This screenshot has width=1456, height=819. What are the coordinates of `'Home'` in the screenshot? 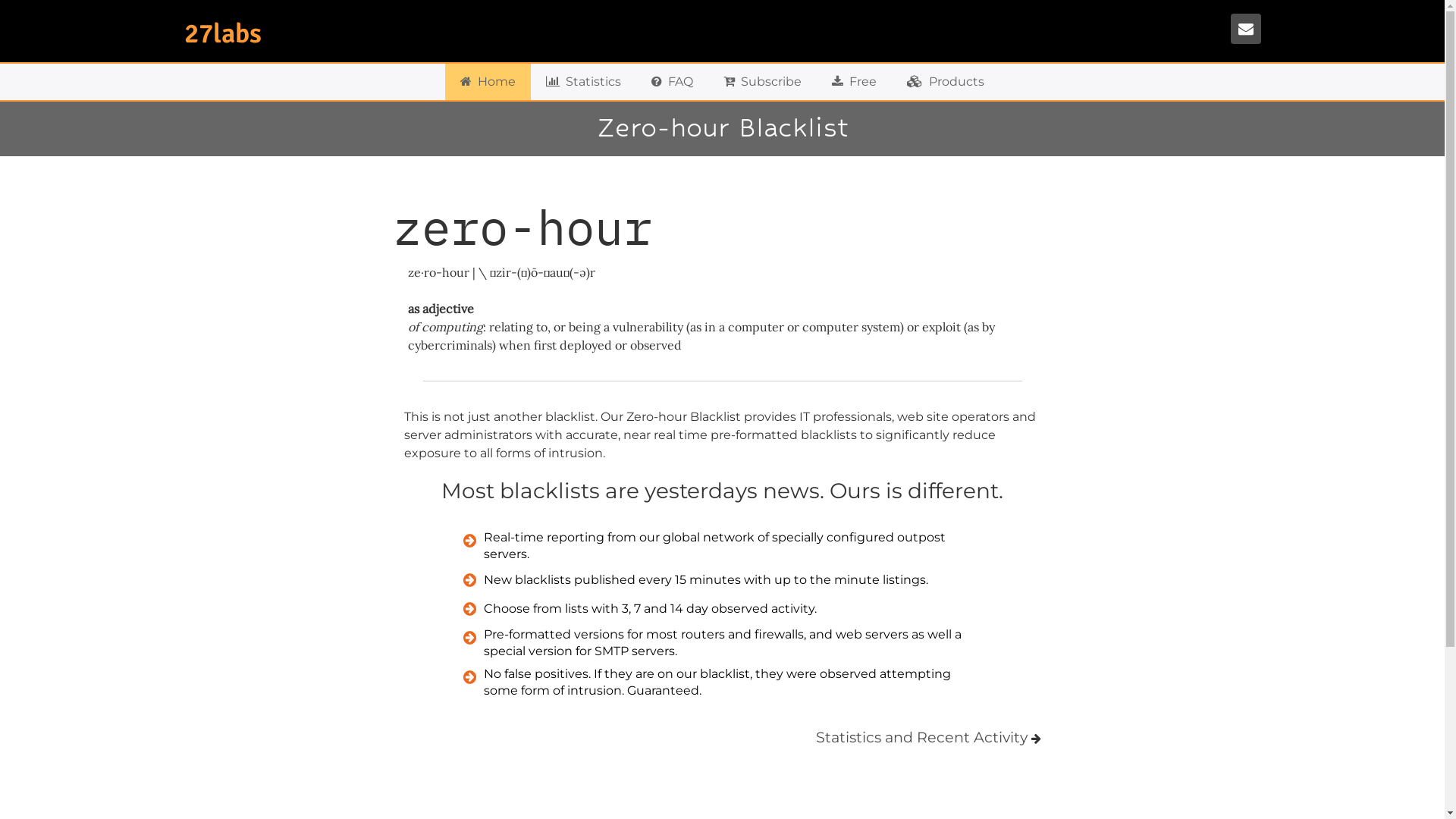 It's located at (488, 82).